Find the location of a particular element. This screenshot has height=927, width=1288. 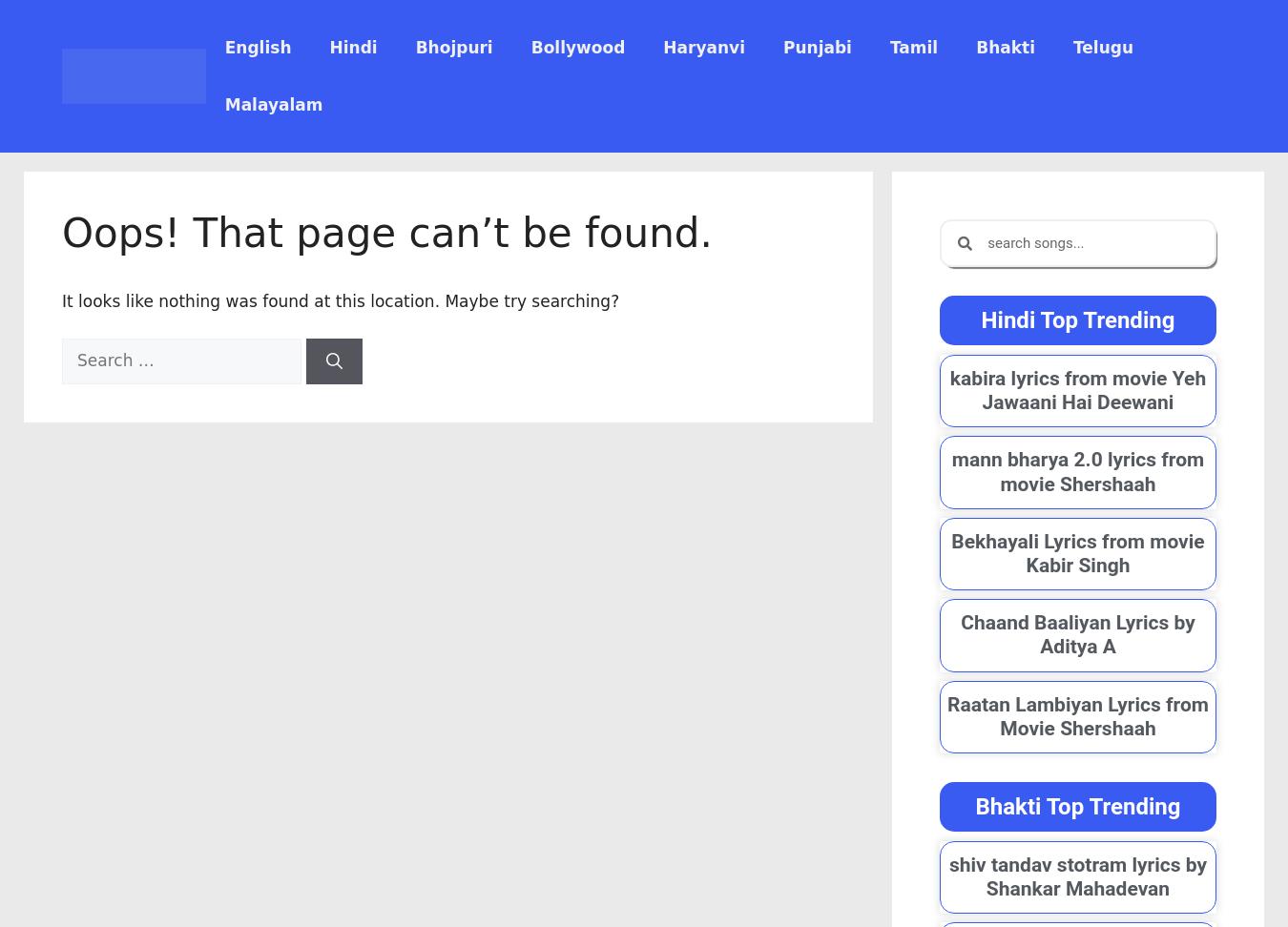

'Chaand Baaliyan Lyrics by Aditya A' is located at coordinates (1076, 634).